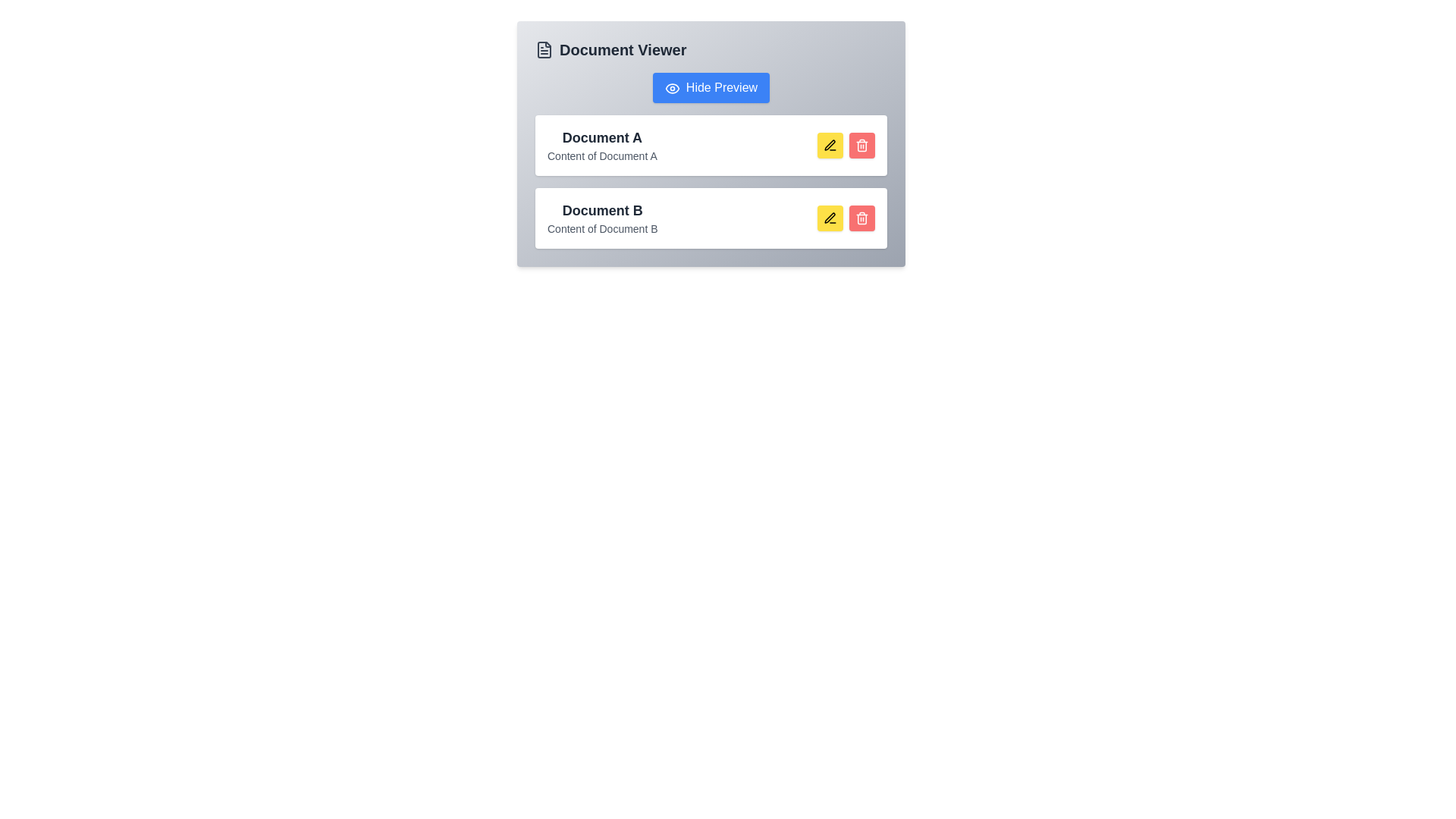 Image resolution: width=1456 pixels, height=819 pixels. Describe the element at coordinates (601, 137) in the screenshot. I see `the static text label 'Document A' which is styled with bold and larger font size, located at the top of a card layout within the 'Document Viewer'` at that location.